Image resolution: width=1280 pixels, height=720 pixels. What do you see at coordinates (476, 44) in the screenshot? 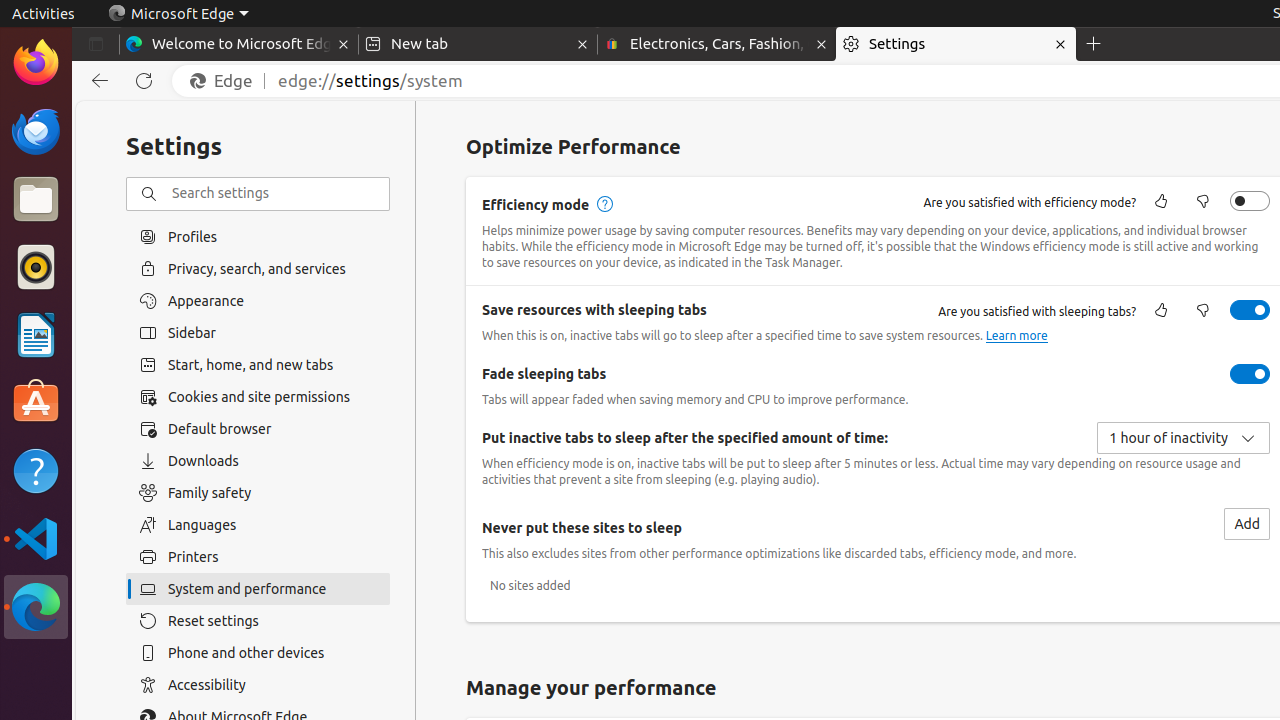
I see `'New tab'` at bounding box center [476, 44].